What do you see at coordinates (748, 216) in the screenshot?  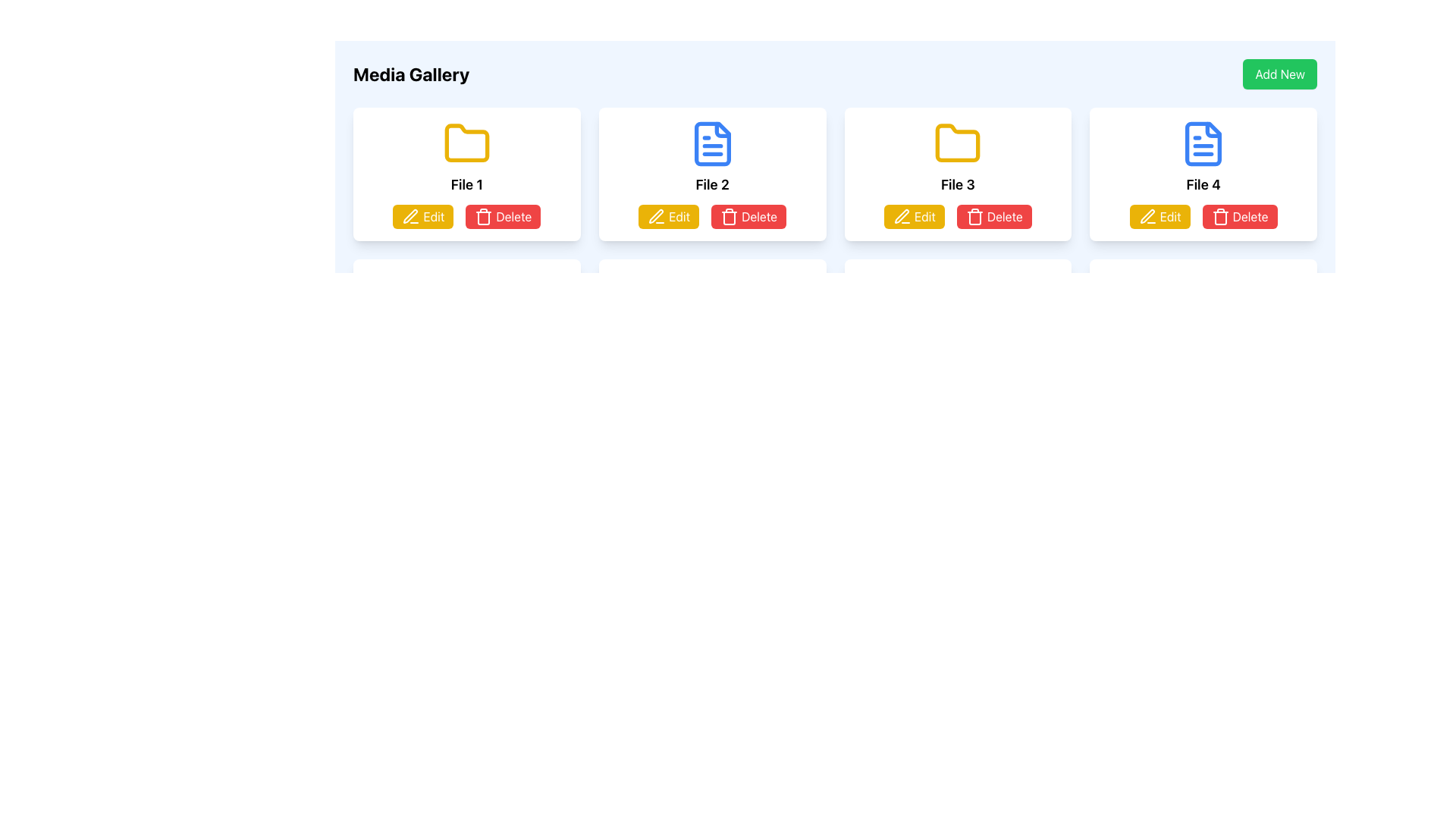 I see `the delete button located below the card labeled 'File 2', which is the second action button in the row following a yellow 'Edit' button` at bounding box center [748, 216].